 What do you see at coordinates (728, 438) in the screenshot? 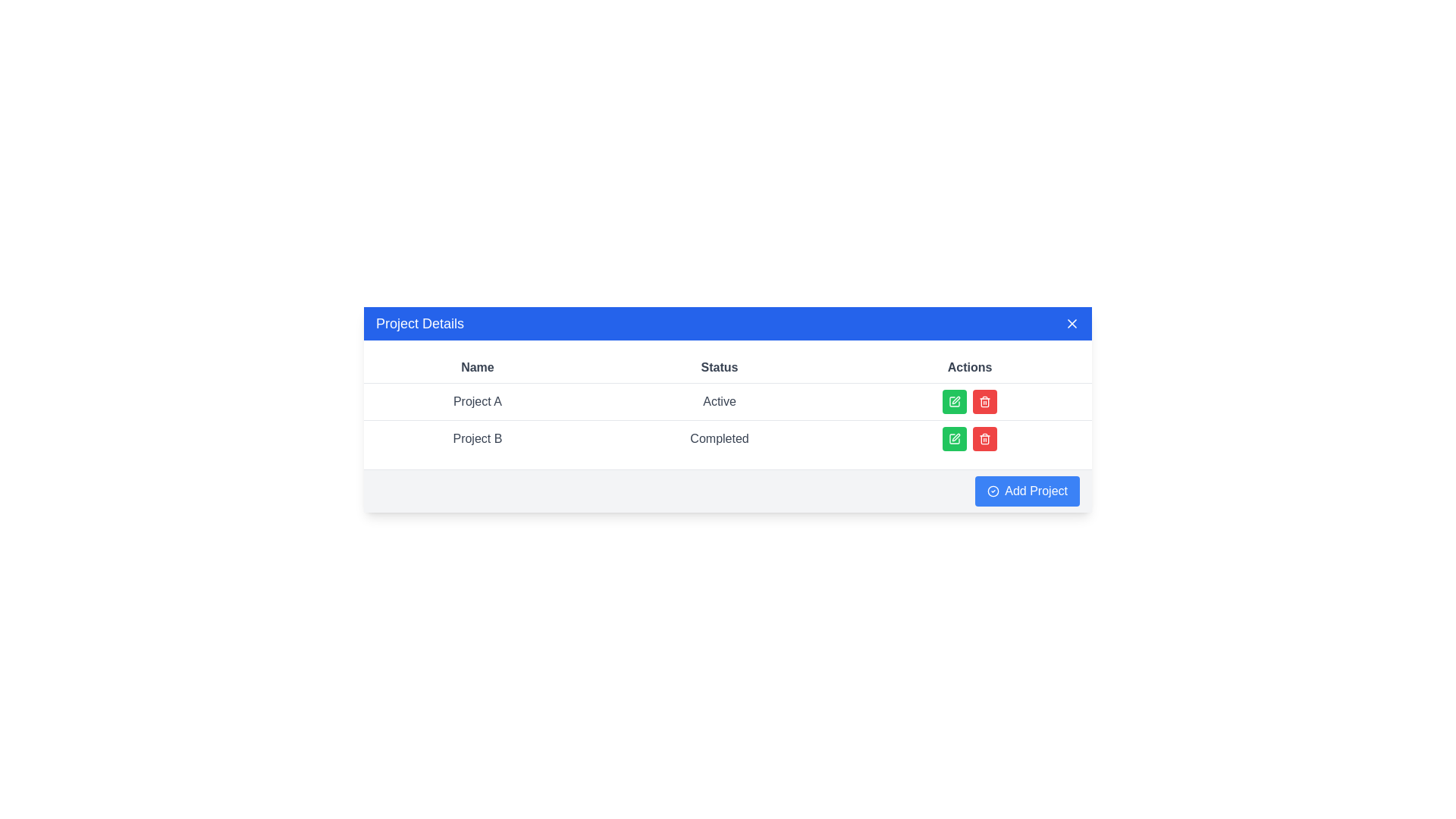
I see `the text label pair indicating the project name 'Project B' and its status 'Completed', located in the second row of the data table` at bounding box center [728, 438].